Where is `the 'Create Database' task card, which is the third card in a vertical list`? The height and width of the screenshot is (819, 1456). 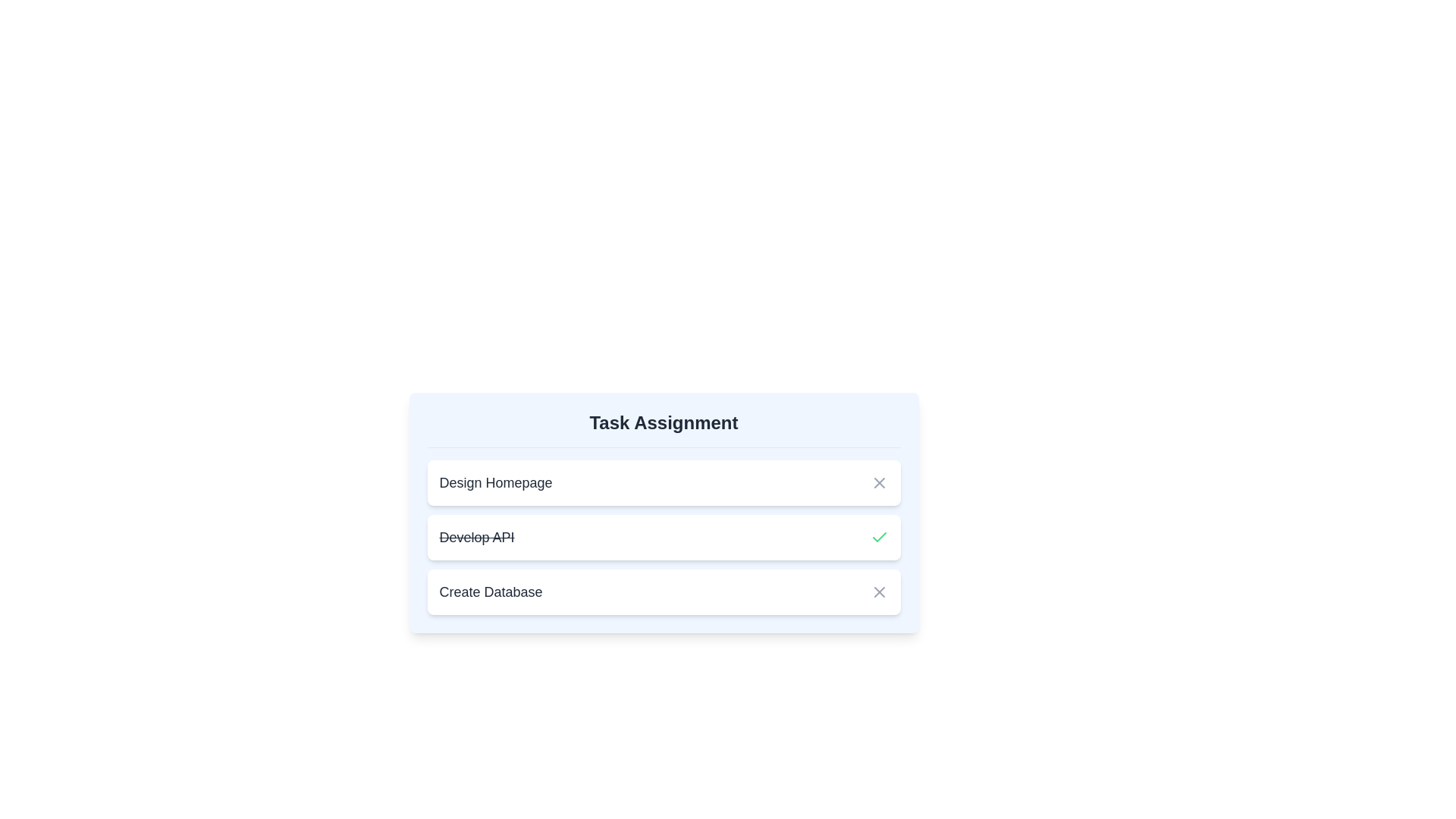
the 'Create Database' task card, which is the third card in a vertical list is located at coordinates (664, 591).